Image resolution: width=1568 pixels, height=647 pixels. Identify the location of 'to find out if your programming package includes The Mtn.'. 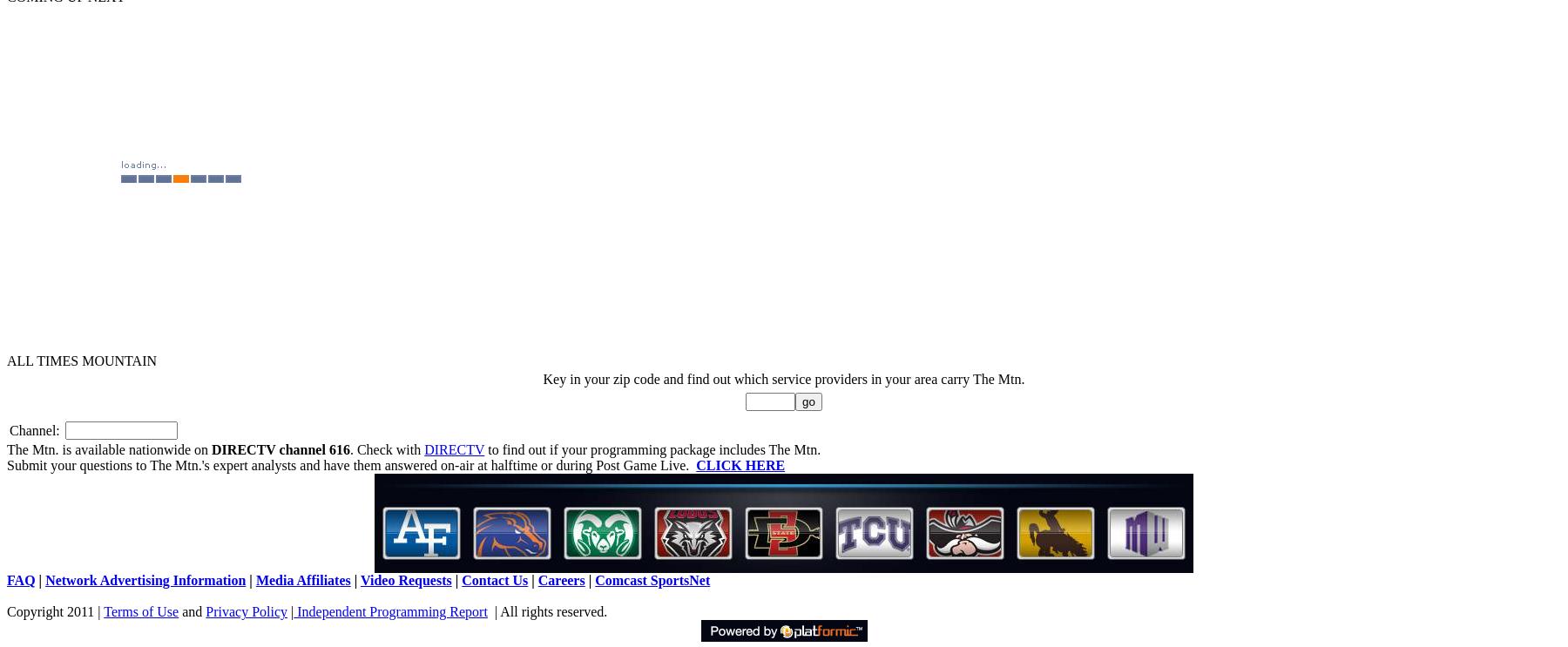
(483, 449).